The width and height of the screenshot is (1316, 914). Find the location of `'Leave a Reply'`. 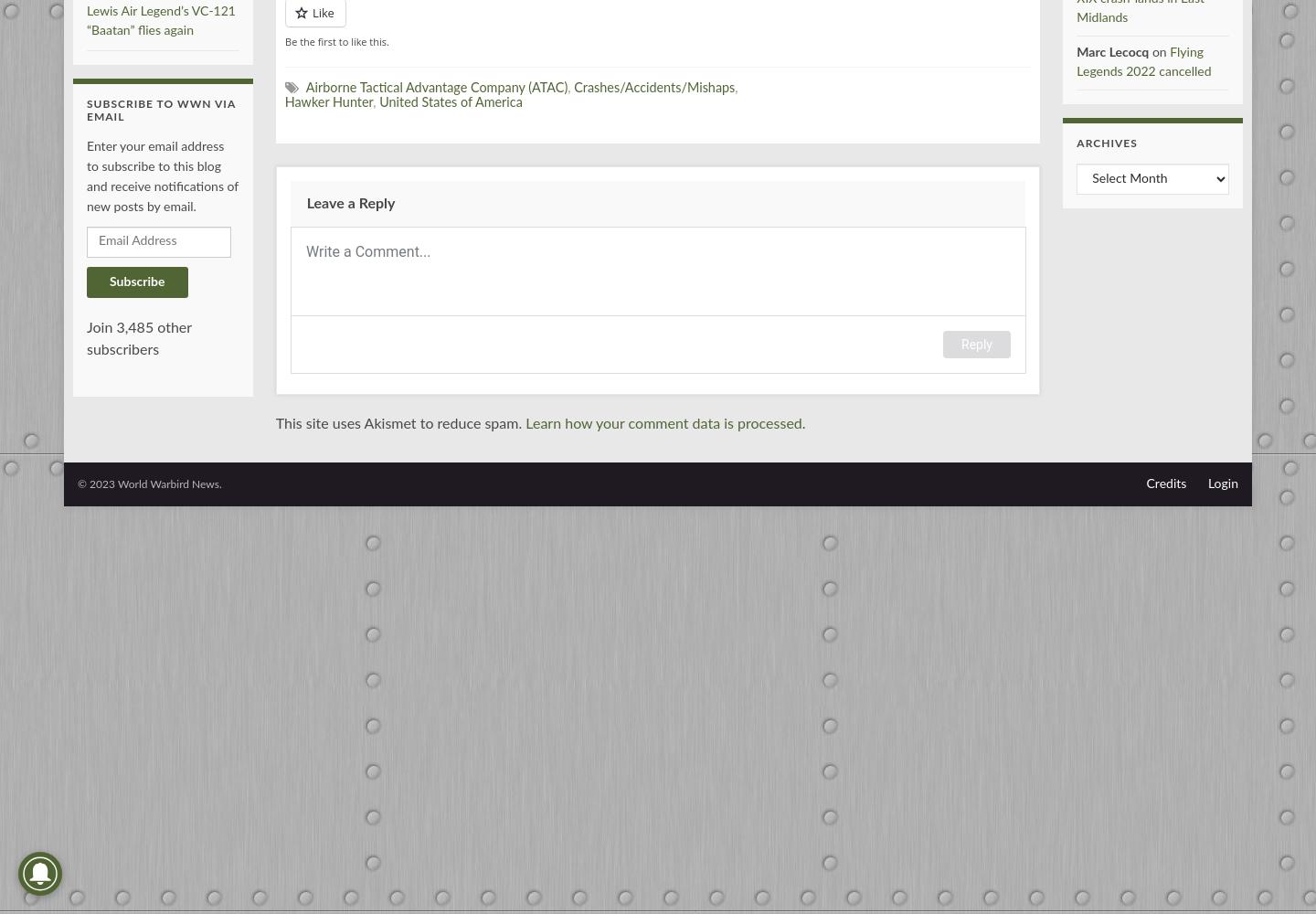

'Leave a Reply' is located at coordinates (349, 202).